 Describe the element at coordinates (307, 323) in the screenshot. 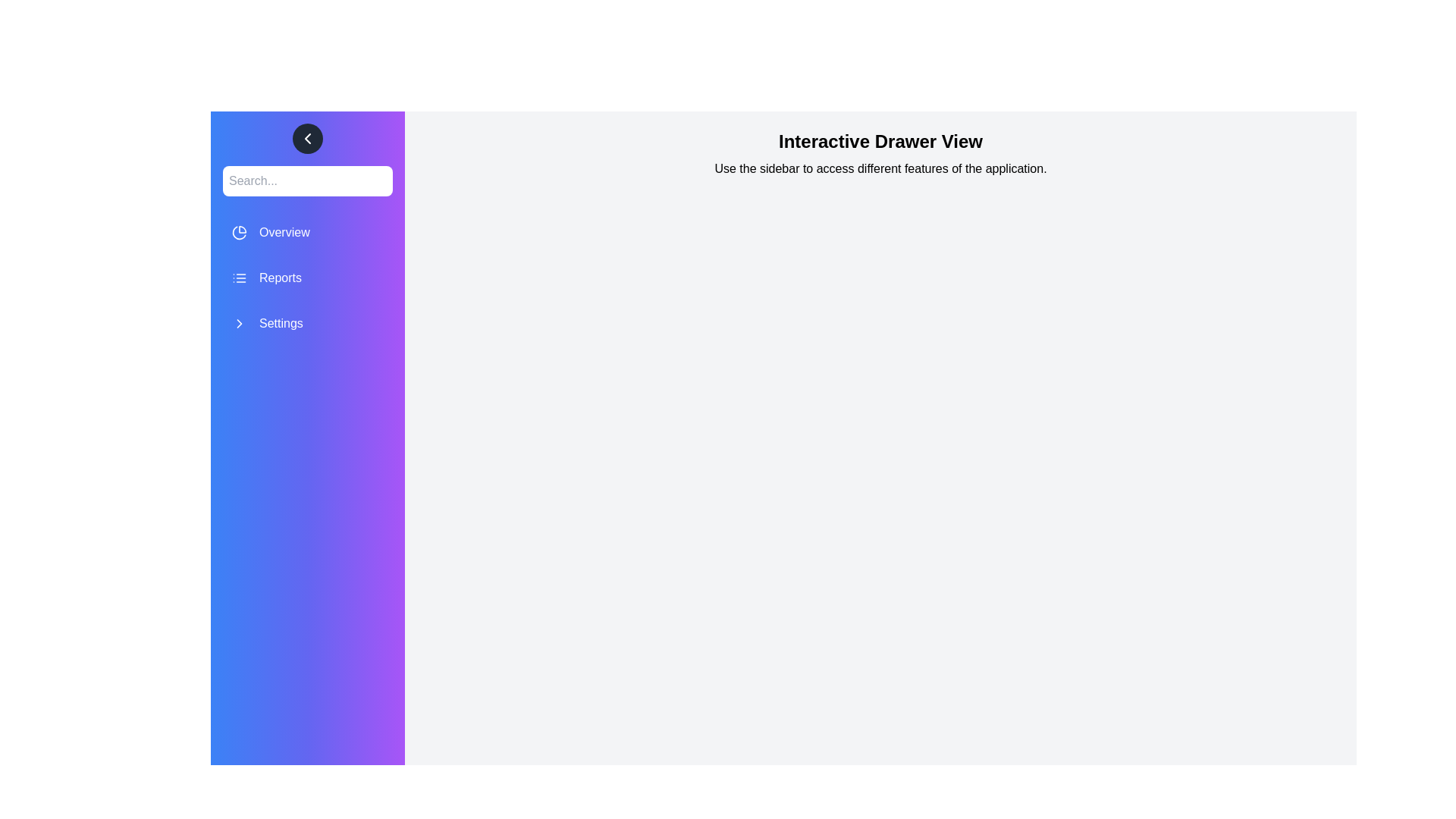

I see `the menu item Settings to navigate to the respective section` at that location.